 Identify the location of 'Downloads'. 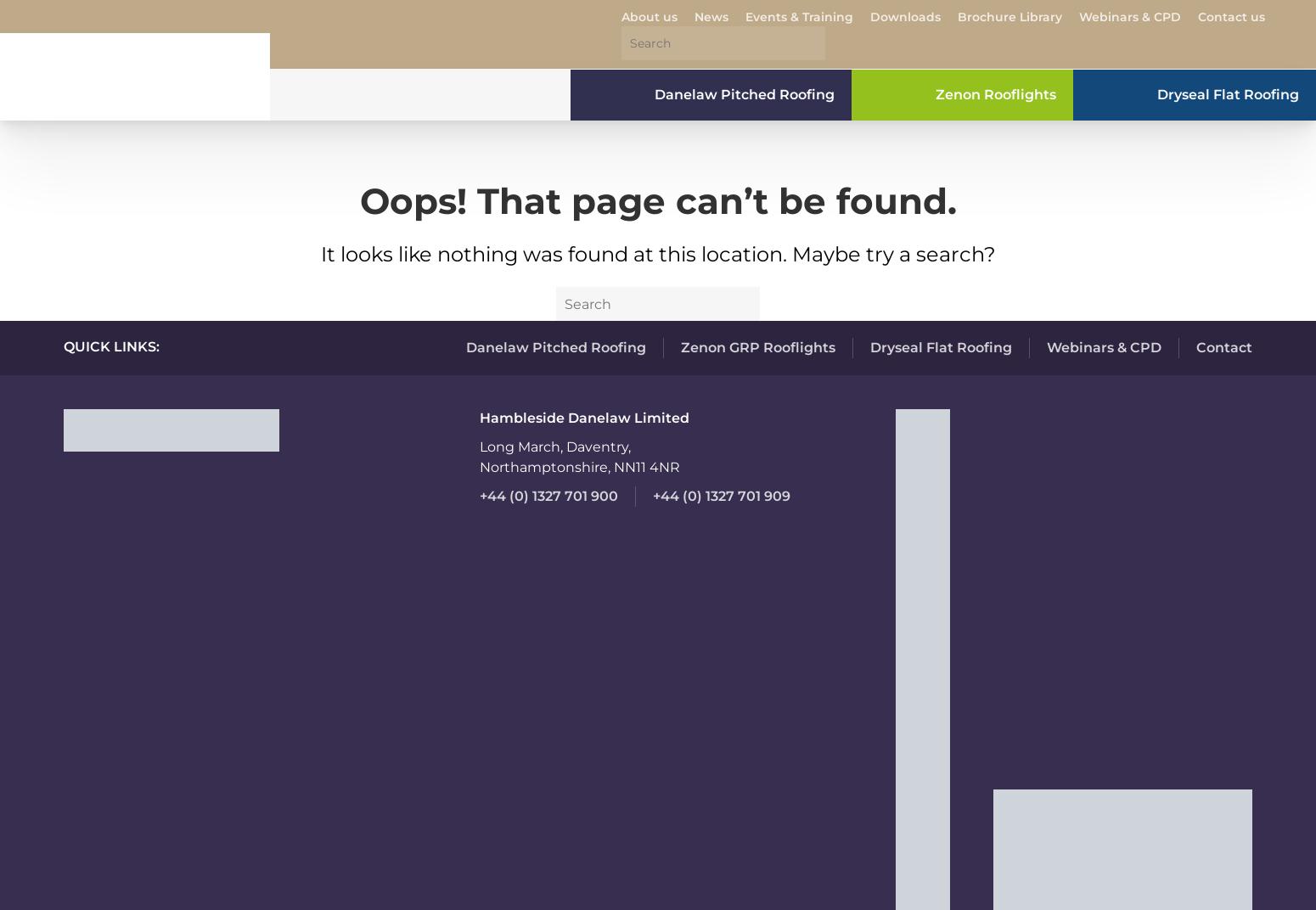
(905, 16).